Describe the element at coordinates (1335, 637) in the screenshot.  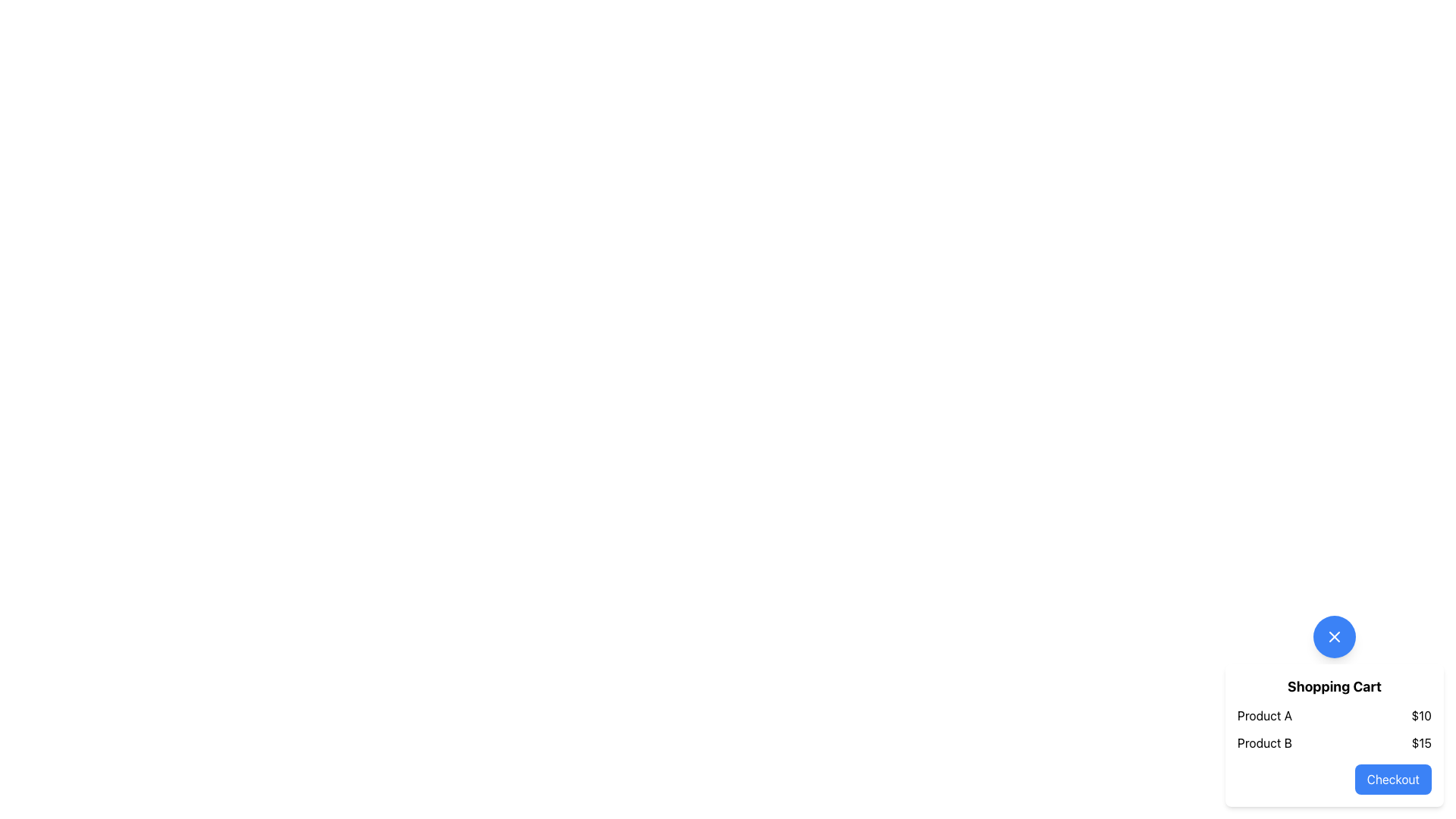
I see `the Close Icon, which is a graphical cross mark within a blue circular button above the shopping cart display` at that location.